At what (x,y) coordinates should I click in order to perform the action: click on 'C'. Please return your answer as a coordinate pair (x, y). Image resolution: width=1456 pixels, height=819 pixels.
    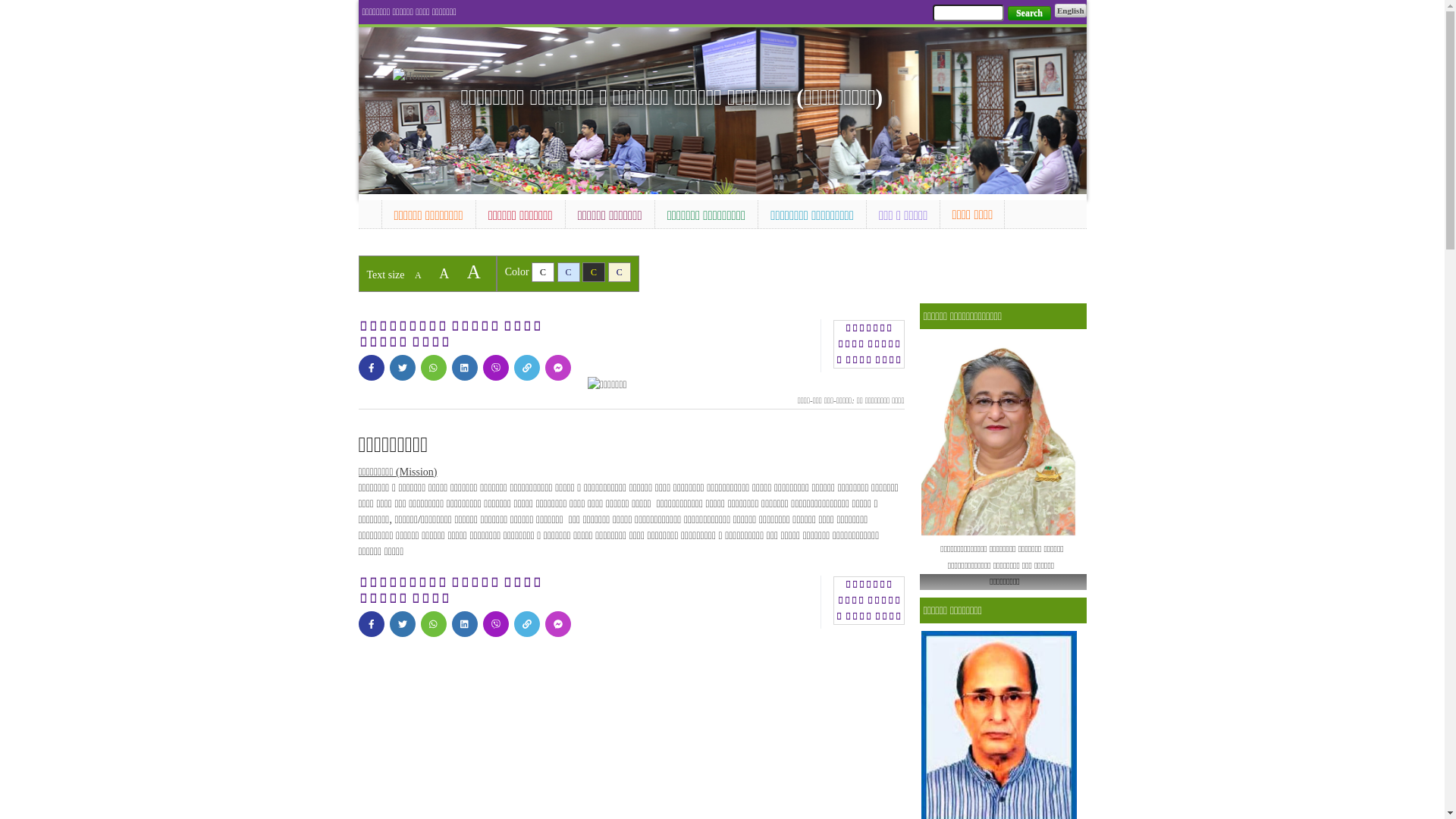
    Looking at the image, I should click on (619, 271).